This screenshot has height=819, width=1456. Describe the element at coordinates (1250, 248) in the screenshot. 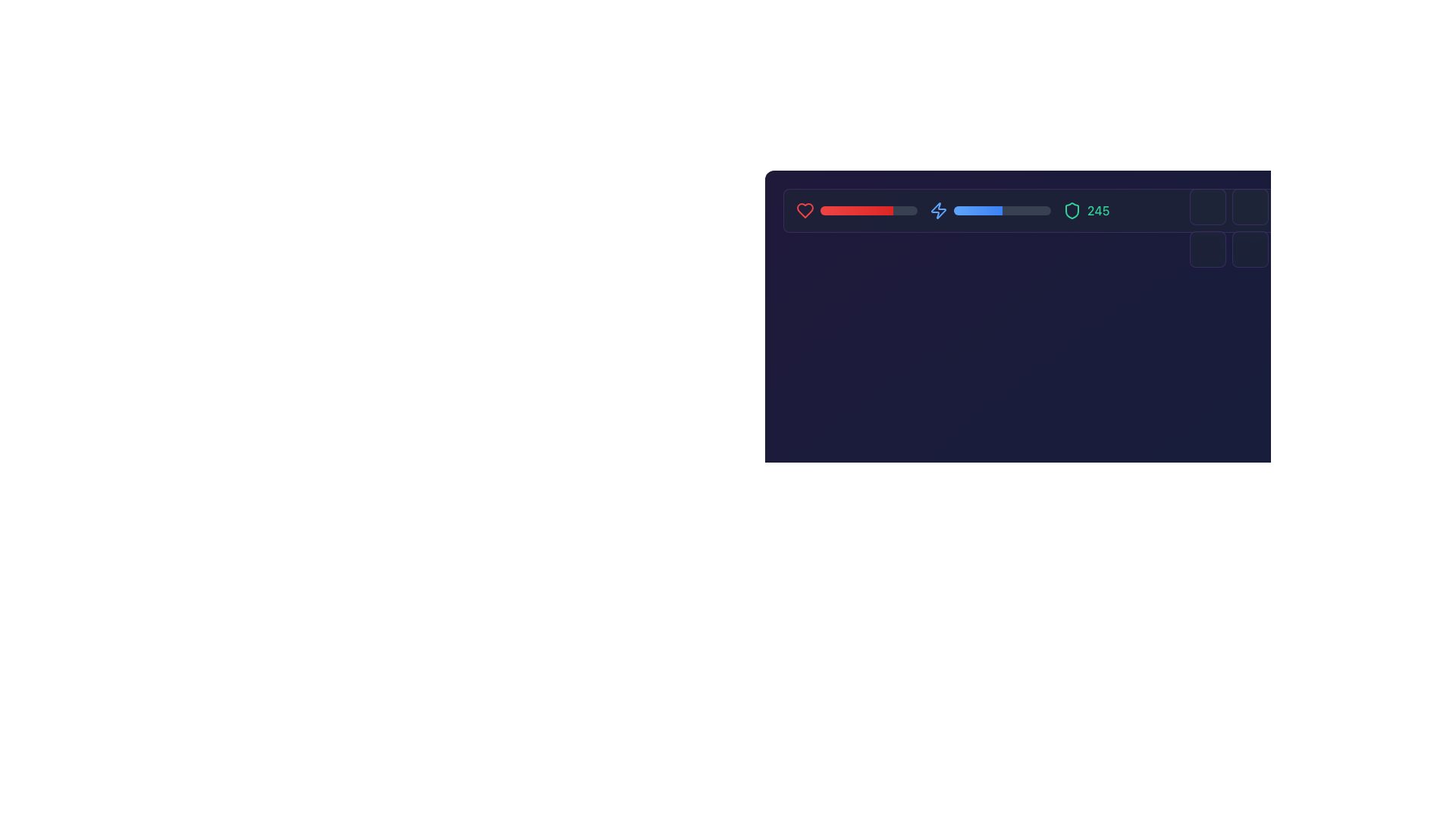

I see `the dark gray button with a rounded appearance and a subtle purple border effect located in the second row and second column of a 2x4 grid at the top-right corner of the interface` at that location.